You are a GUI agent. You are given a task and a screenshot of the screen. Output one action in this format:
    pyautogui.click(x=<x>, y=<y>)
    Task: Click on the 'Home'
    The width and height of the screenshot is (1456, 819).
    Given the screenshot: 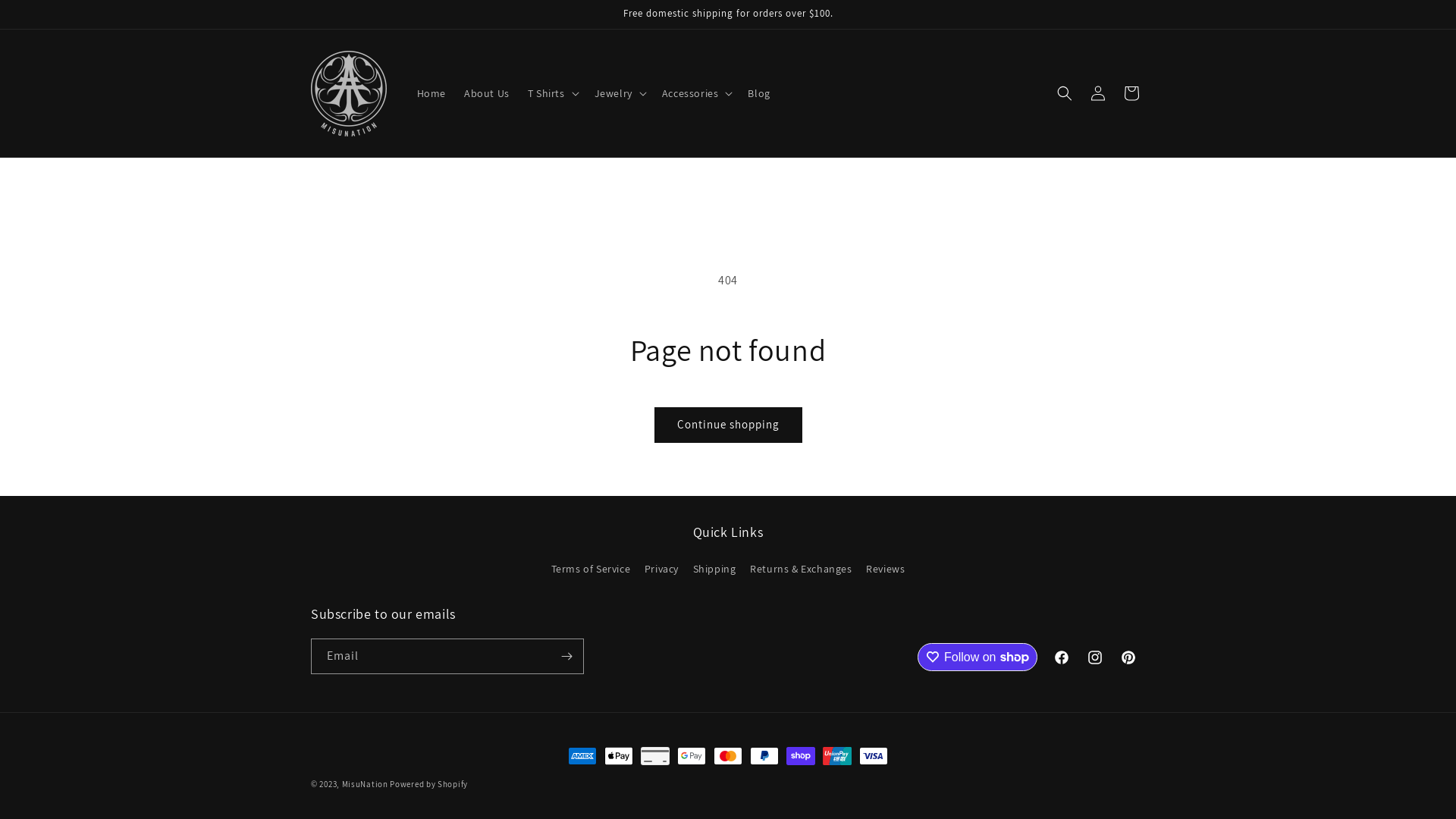 What is the action you would take?
    pyautogui.click(x=407, y=93)
    